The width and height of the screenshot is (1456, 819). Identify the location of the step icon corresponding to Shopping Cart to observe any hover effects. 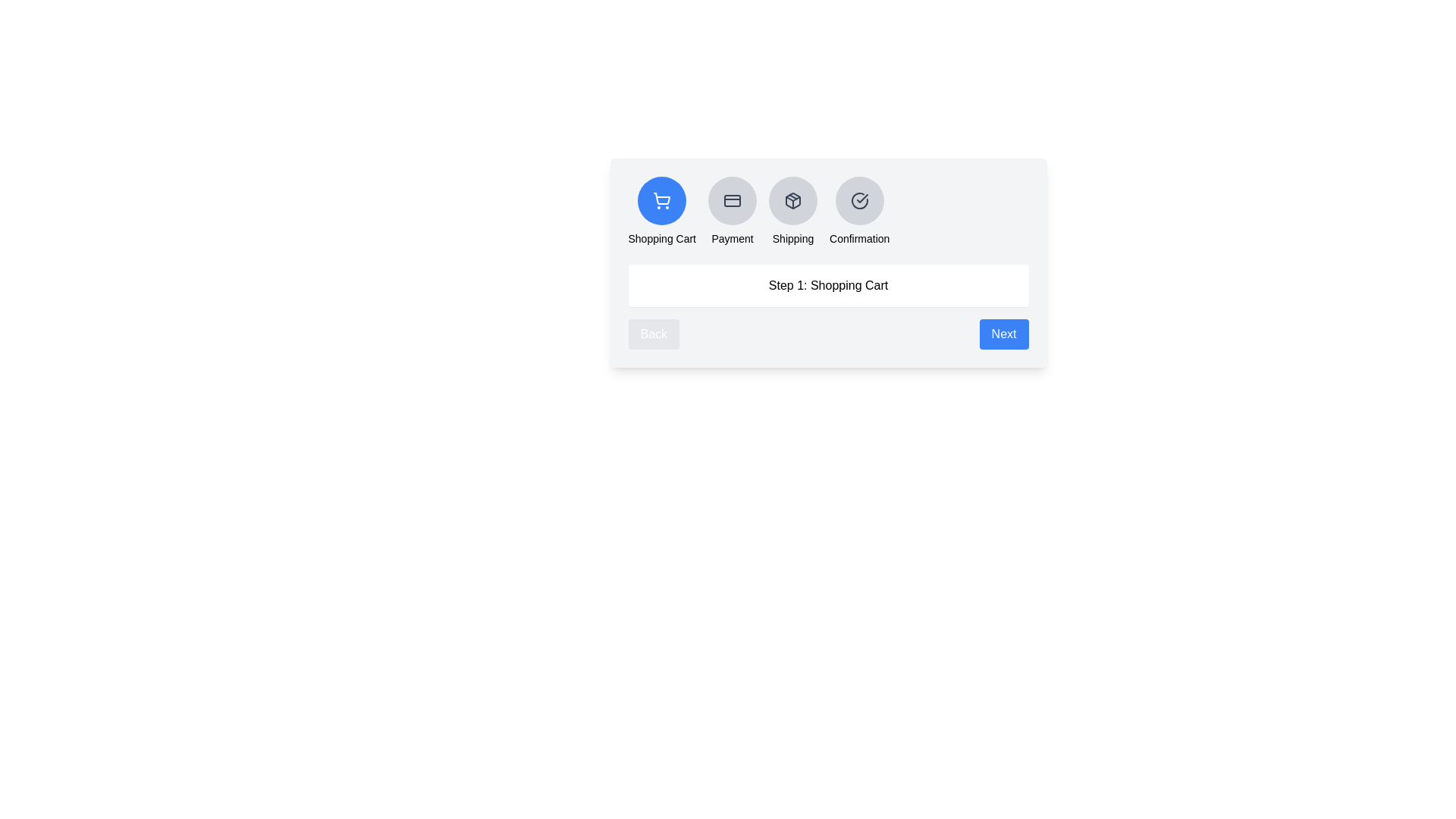
(662, 200).